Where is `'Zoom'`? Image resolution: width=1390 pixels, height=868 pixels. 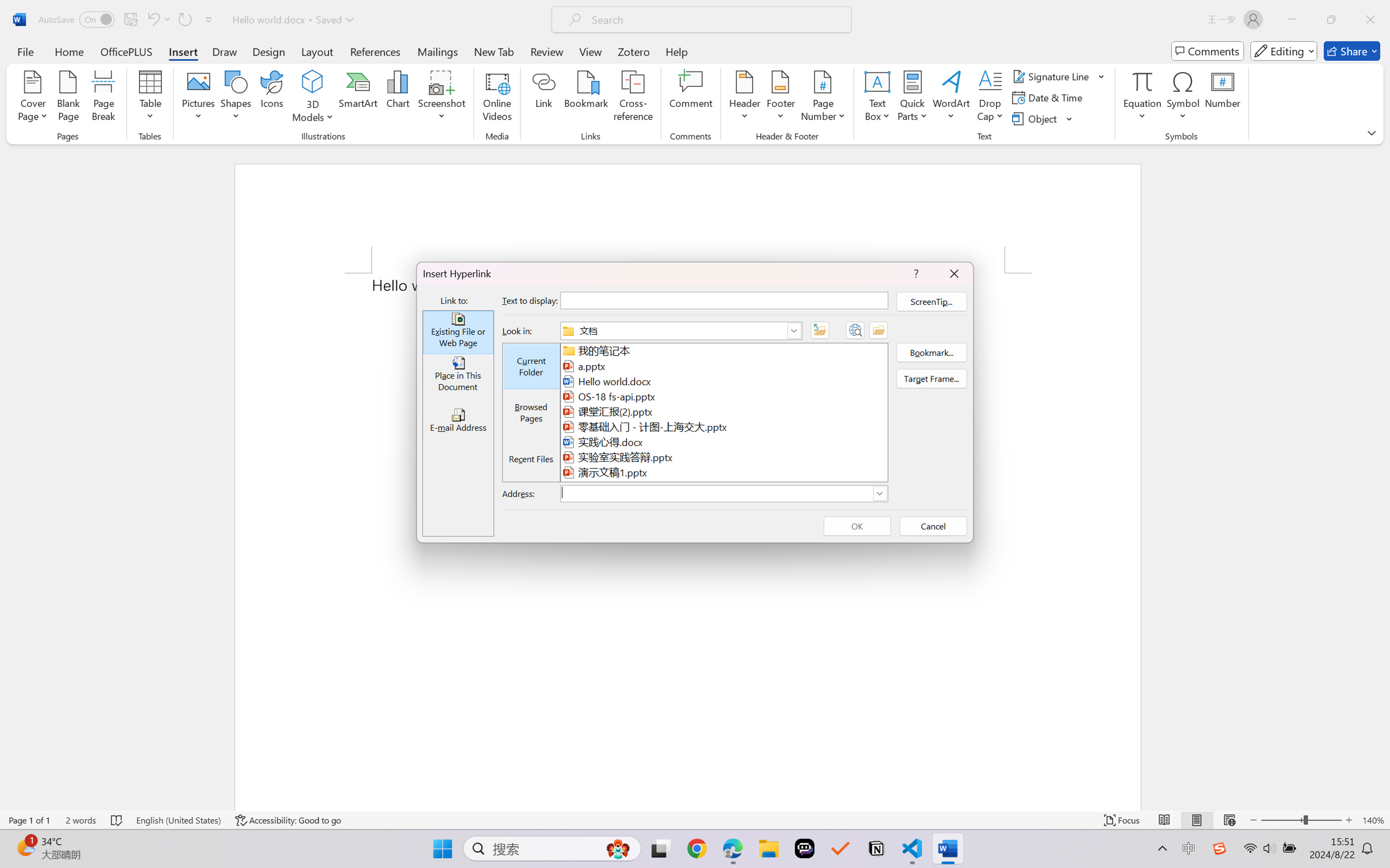 'Zoom' is located at coordinates (1302, 820).